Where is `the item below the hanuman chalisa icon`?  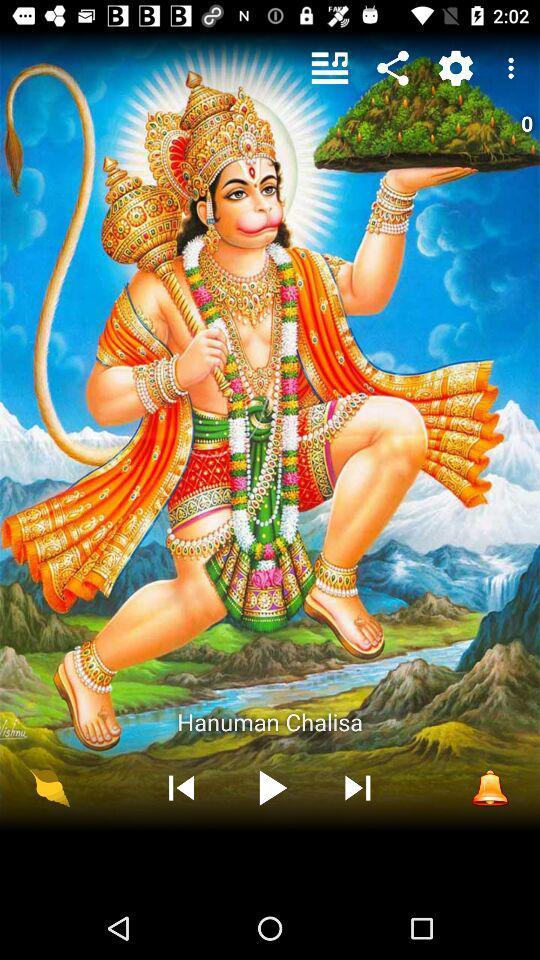 the item below the hanuman chalisa icon is located at coordinates (269, 788).